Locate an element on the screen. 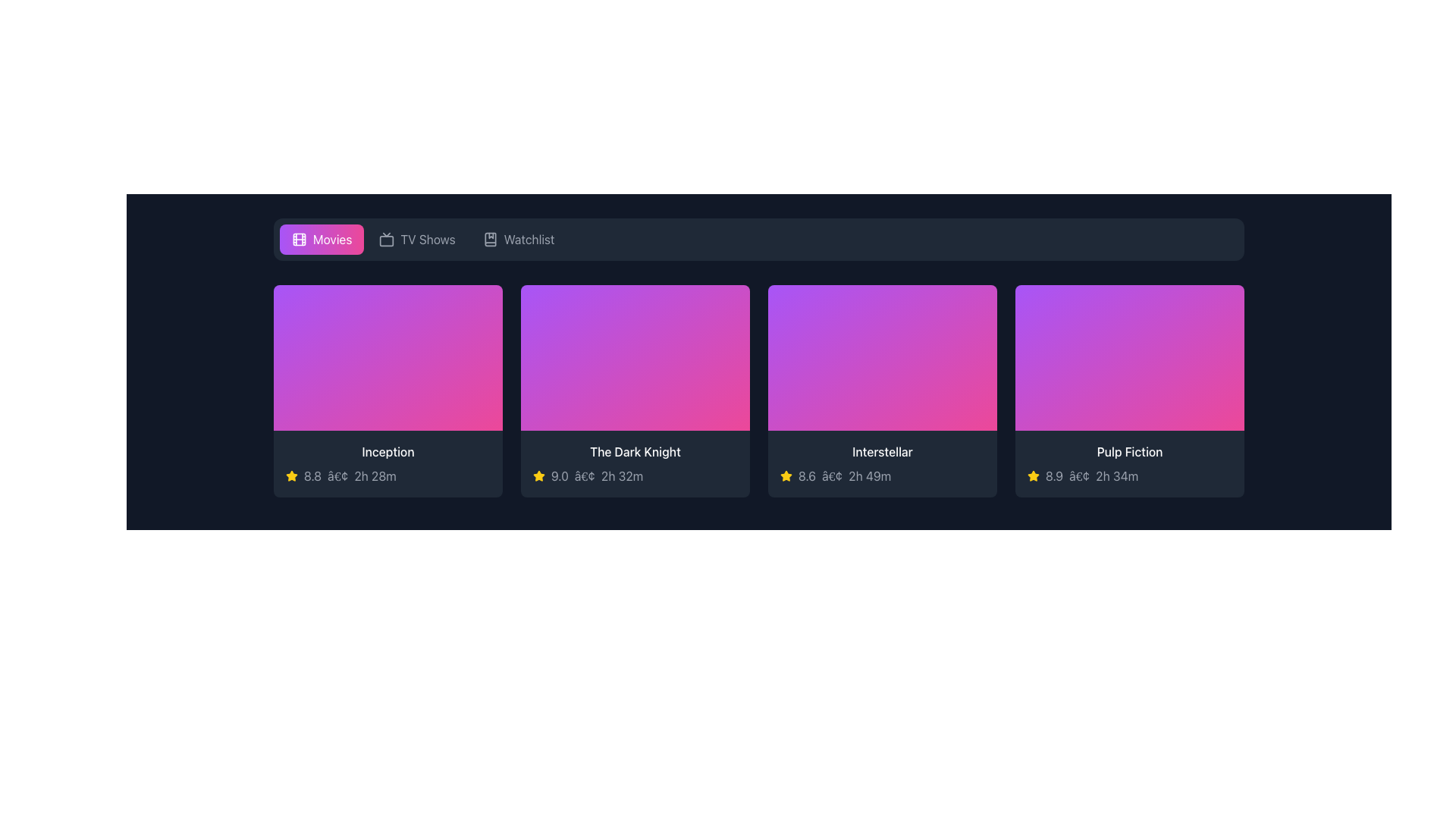  text label displaying 'Interstellar', which is a title in a clean sans-serif font with white color on a dark blue background, positioned above the rating and duration information within the movie information card is located at coordinates (882, 451).